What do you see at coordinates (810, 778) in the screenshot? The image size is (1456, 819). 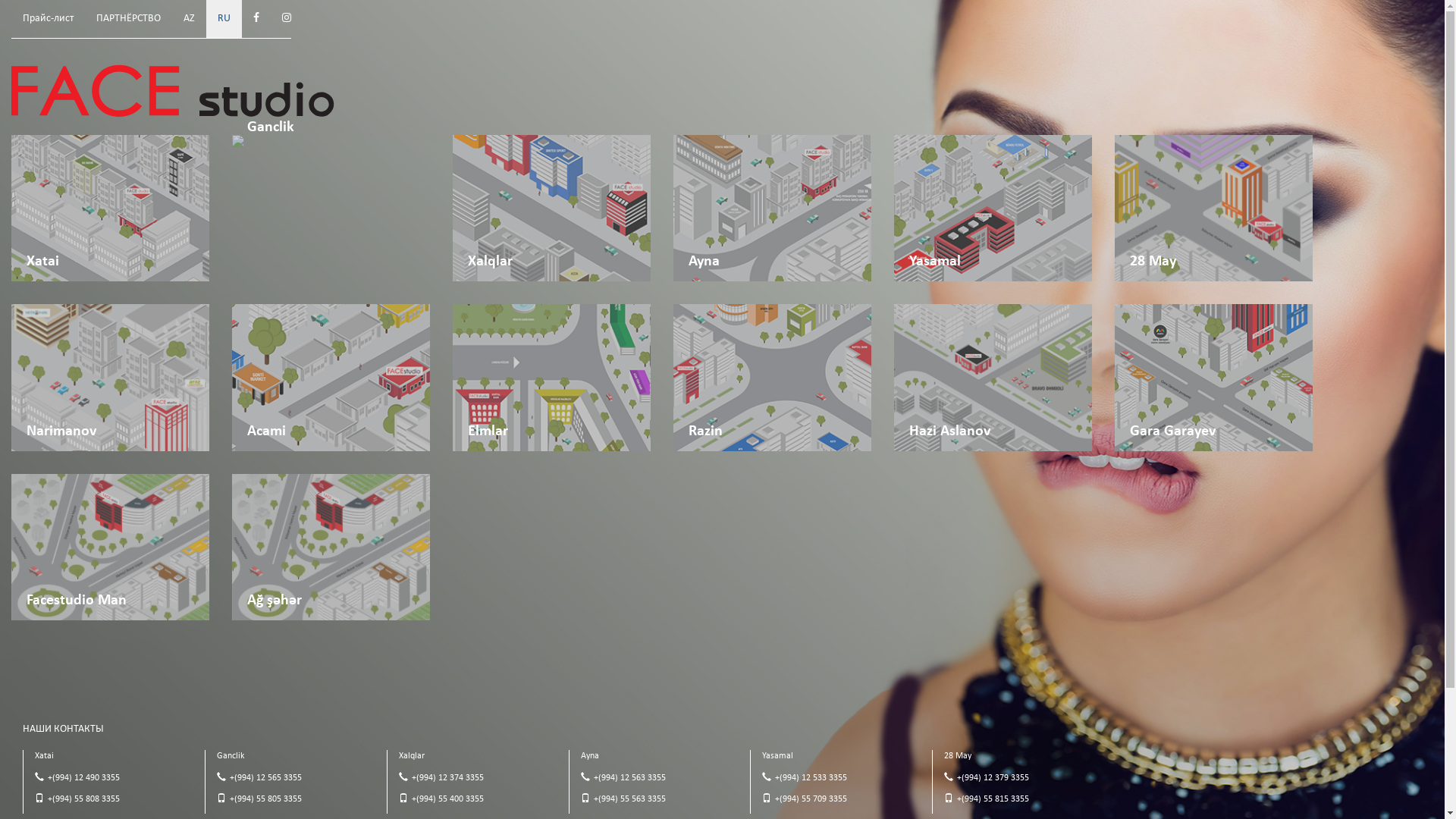 I see `'+(994) 12 533 3355'` at bounding box center [810, 778].